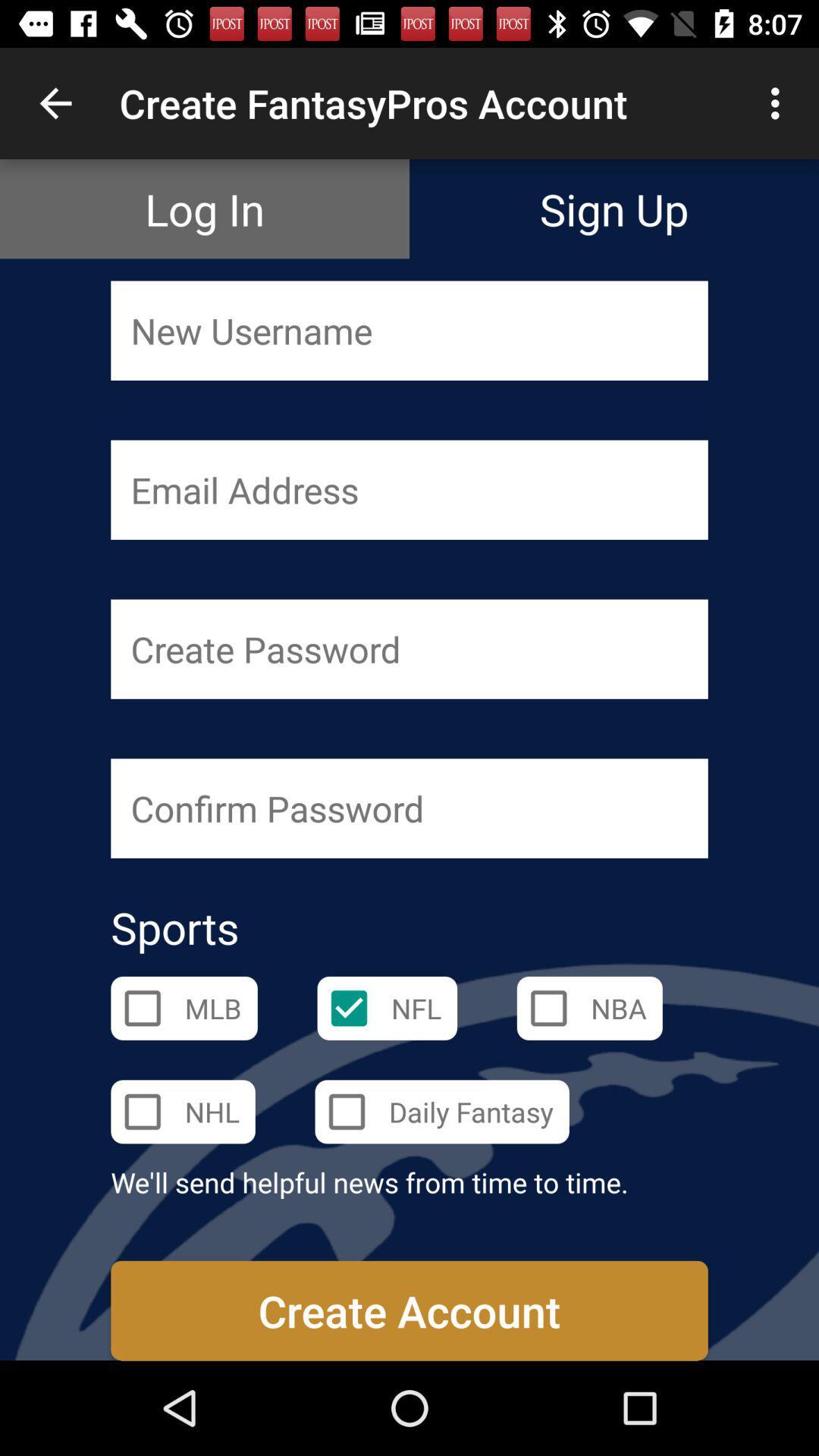 The image size is (819, 1456). What do you see at coordinates (409, 1310) in the screenshot?
I see `orange button at bottom` at bounding box center [409, 1310].